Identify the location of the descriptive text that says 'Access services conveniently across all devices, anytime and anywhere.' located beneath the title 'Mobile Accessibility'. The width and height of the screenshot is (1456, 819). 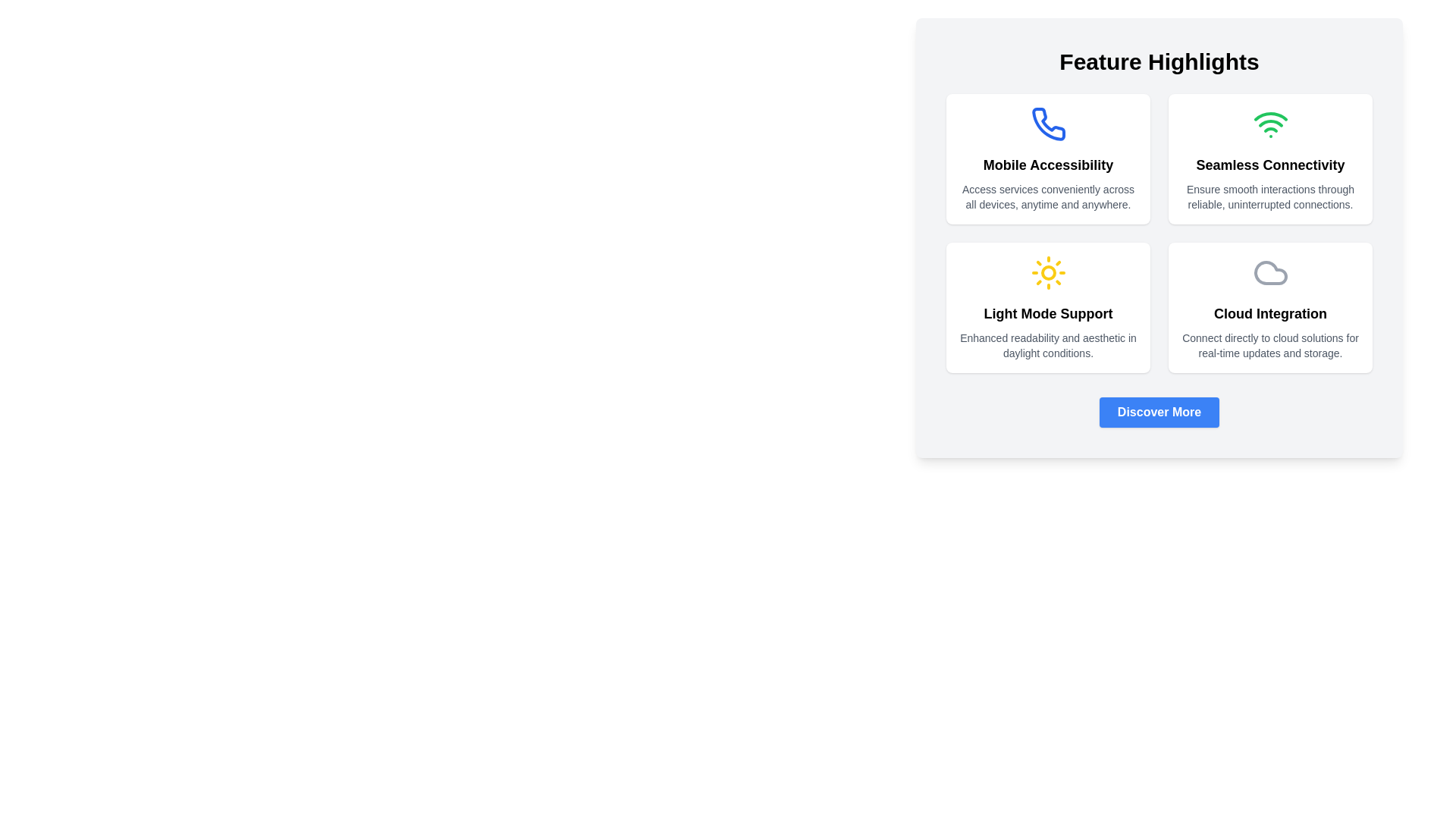
(1047, 196).